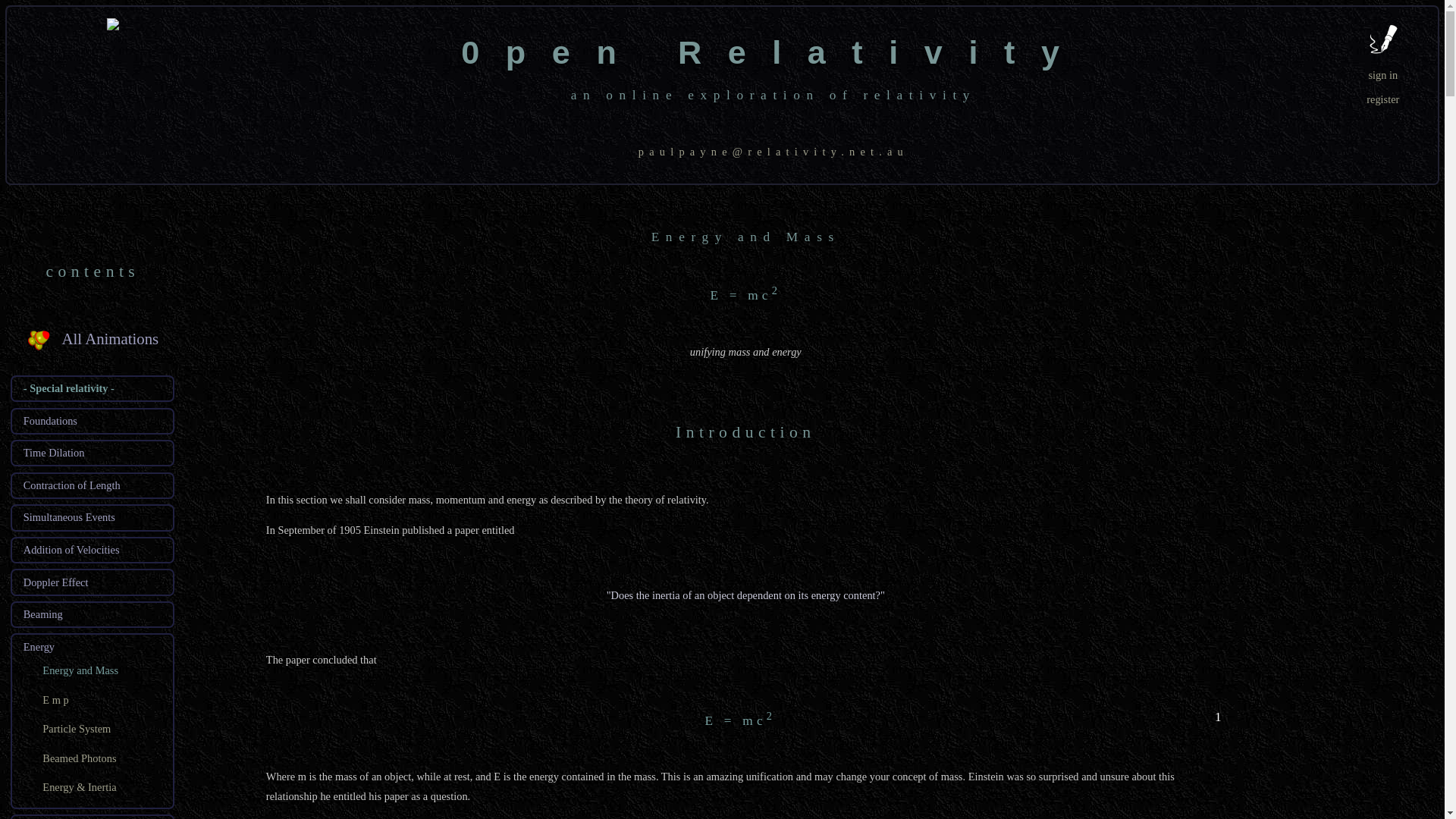 This screenshot has width=1456, height=819. Describe the element at coordinates (79, 669) in the screenshot. I see `'Energy and Mass'` at that location.